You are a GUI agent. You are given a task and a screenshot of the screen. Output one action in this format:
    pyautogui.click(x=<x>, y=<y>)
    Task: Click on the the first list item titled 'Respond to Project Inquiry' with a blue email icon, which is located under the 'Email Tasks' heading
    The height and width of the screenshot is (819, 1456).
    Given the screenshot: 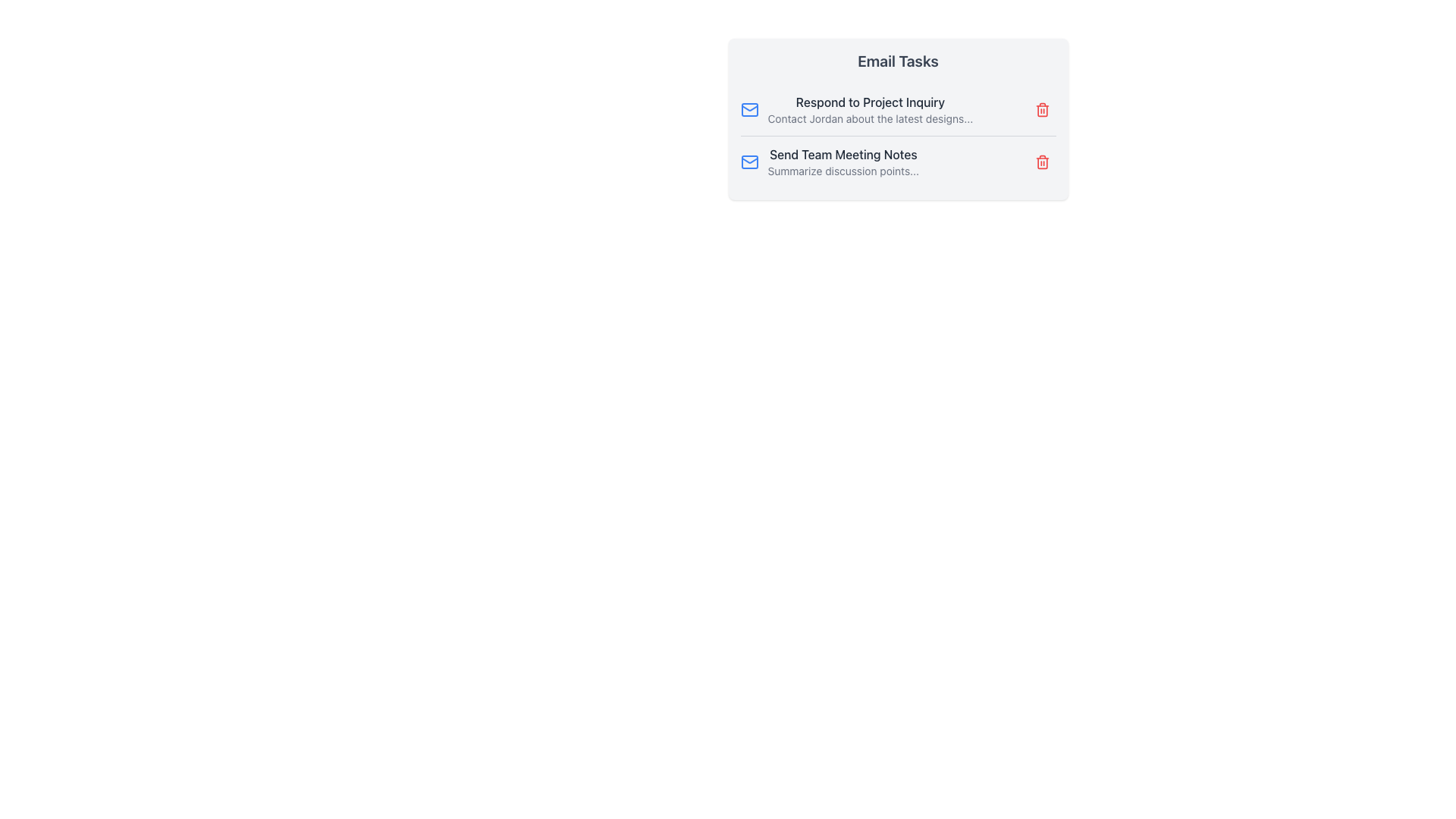 What is the action you would take?
    pyautogui.click(x=856, y=109)
    